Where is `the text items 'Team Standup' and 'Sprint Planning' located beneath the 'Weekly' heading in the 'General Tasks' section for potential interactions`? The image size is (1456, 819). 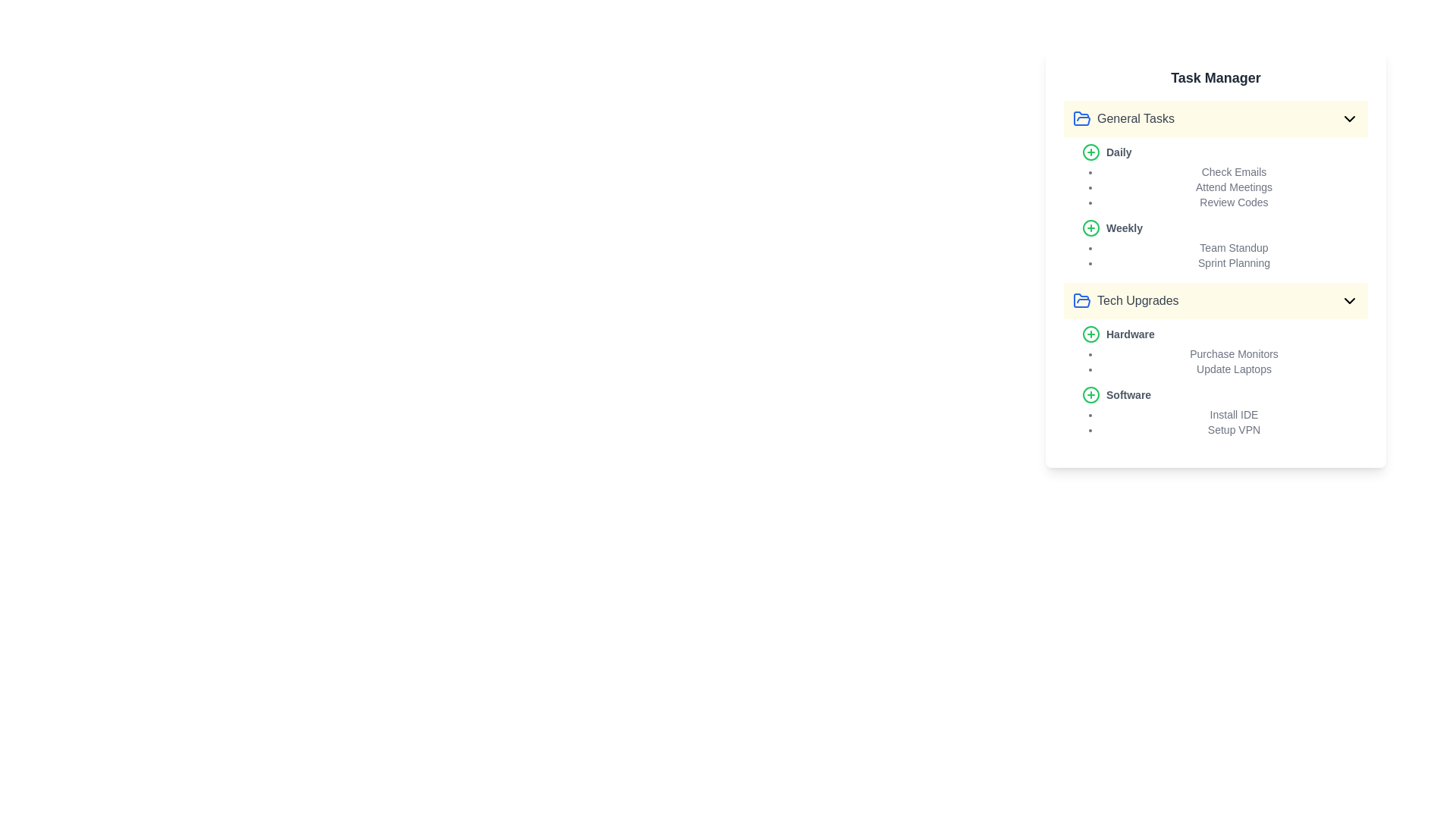
the text items 'Team Standup' and 'Sprint Planning' located beneath the 'Weekly' heading in the 'General Tasks' section for potential interactions is located at coordinates (1225, 244).